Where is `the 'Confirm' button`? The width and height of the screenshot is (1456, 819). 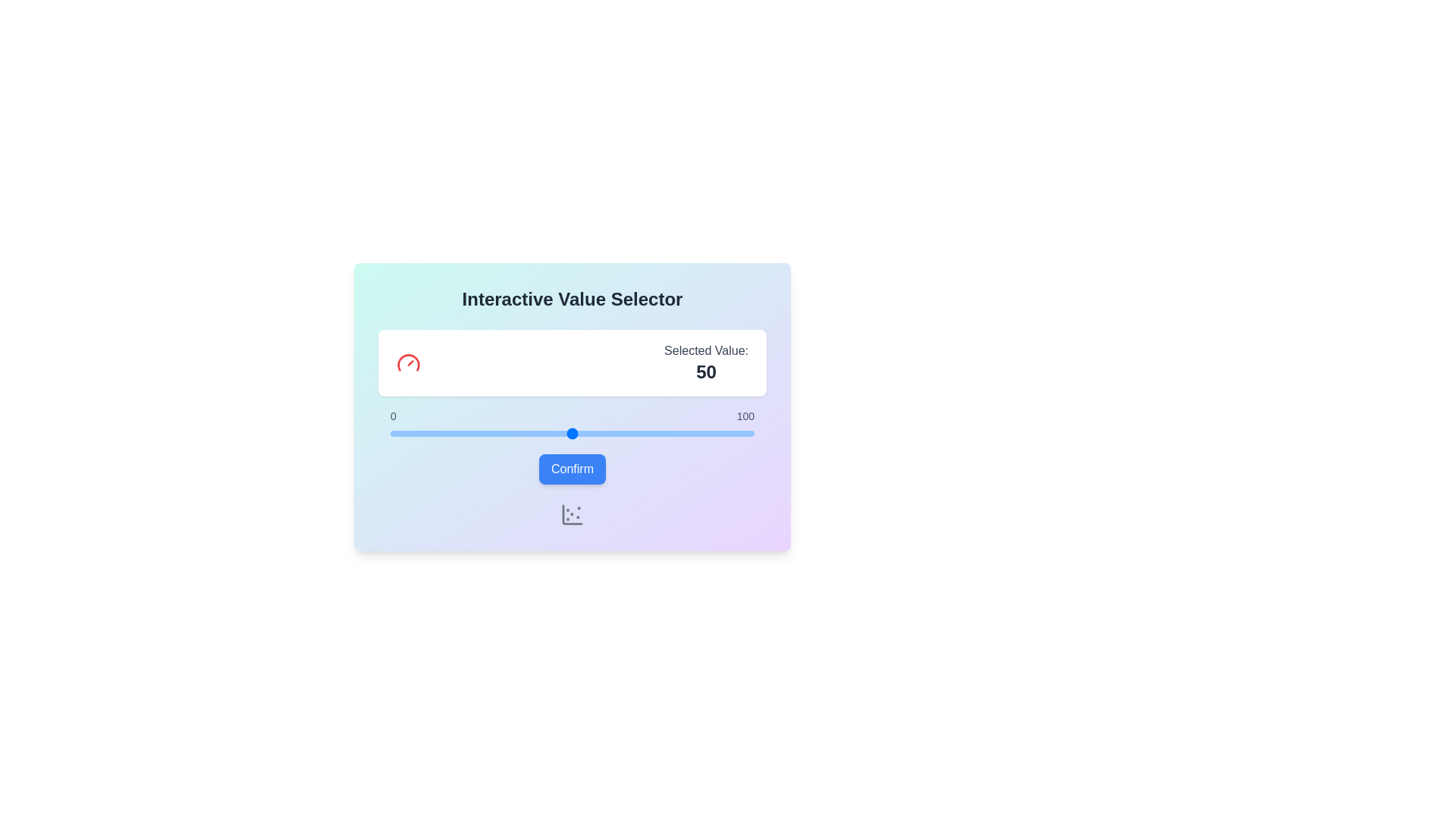
the 'Confirm' button is located at coordinates (571, 468).